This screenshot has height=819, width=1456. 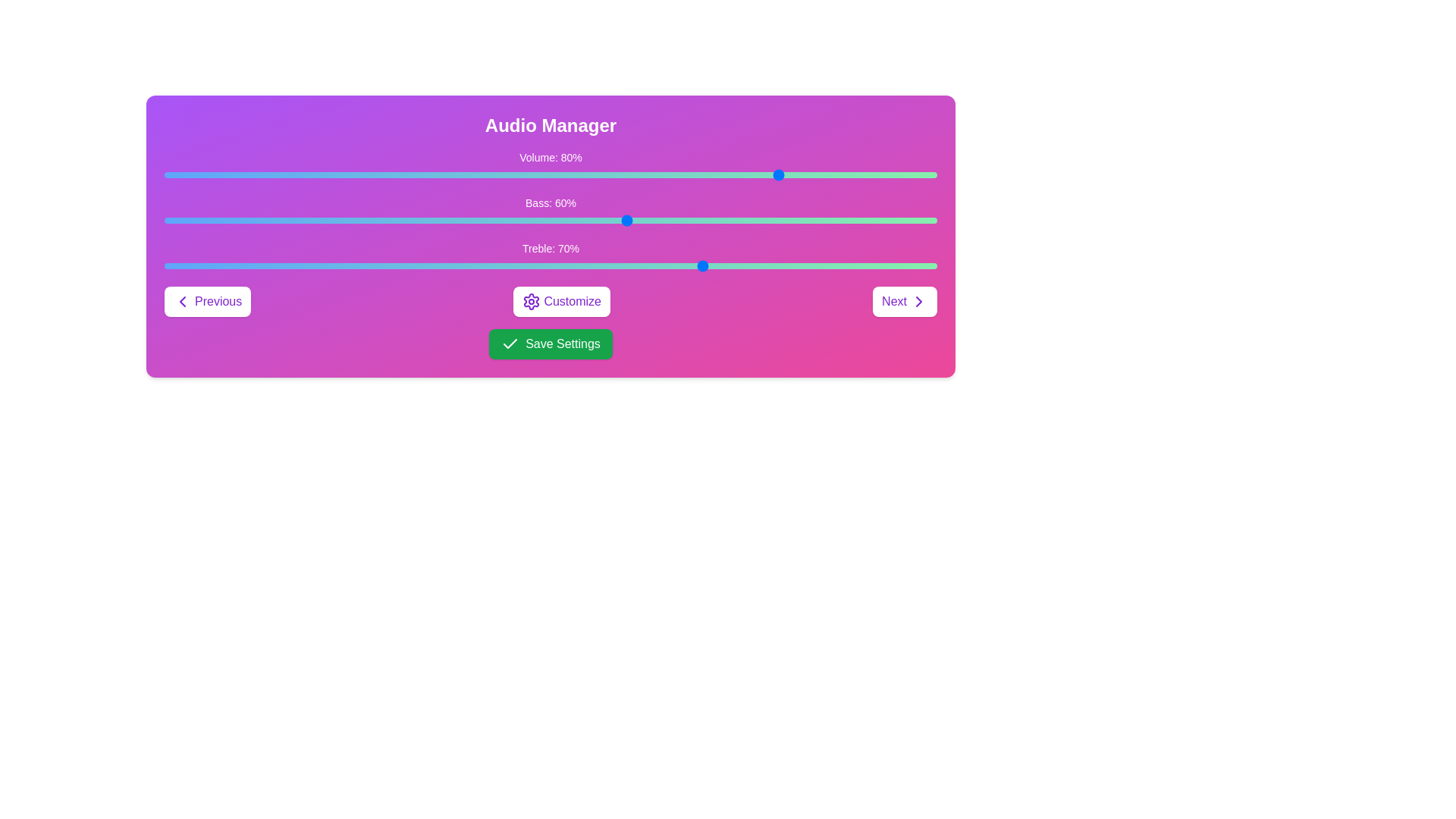 I want to click on the leftward-pointing chevron arrow icon located inside the 'Previous' button at the bottom-left corner of the purple panel, so click(x=182, y=301).